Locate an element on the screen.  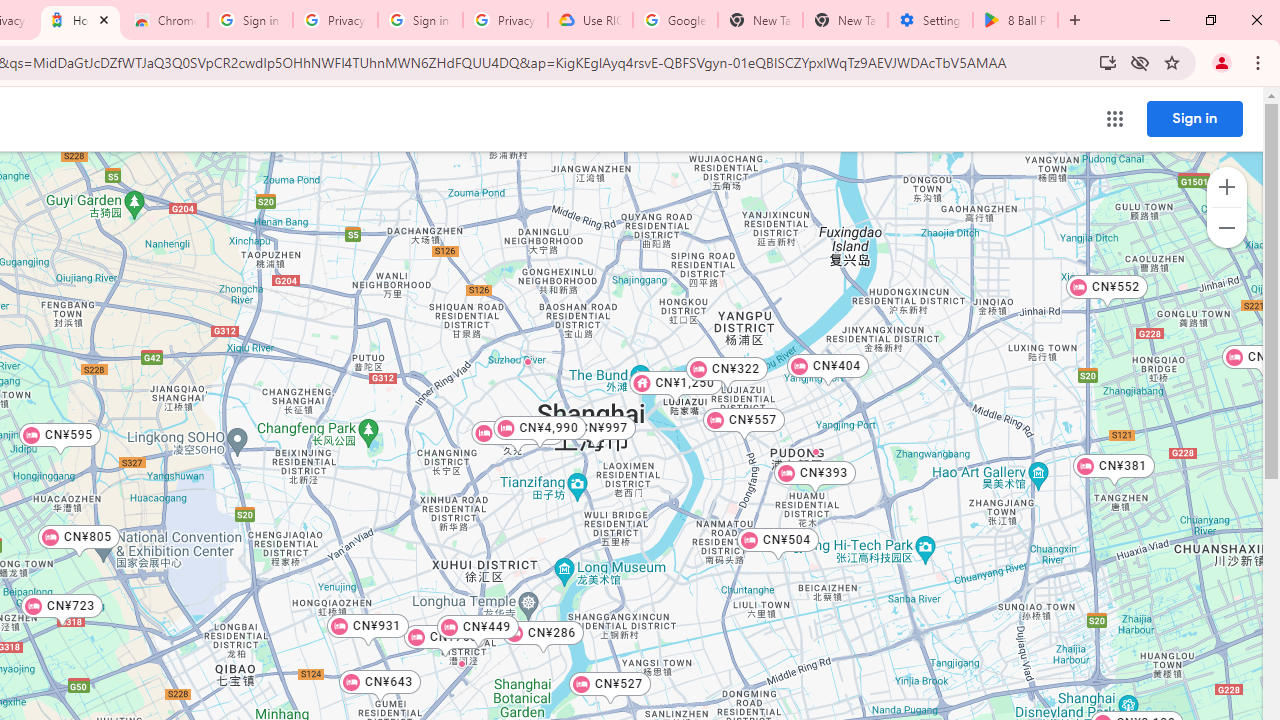
'Zoom in map' is located at coordinates (1225, 187).